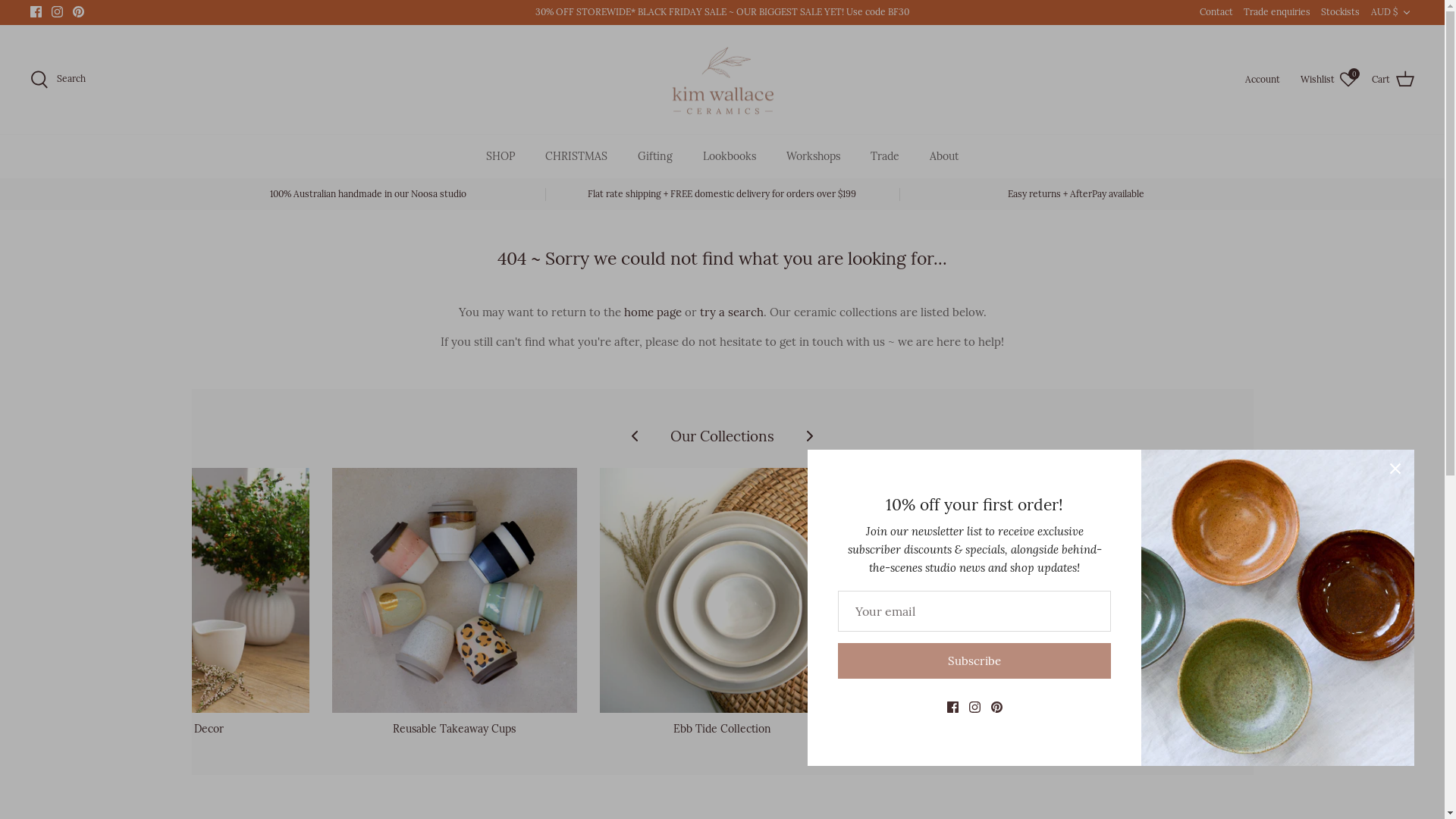 This screenshot has width=1456, height=819. Describe the element at coordinates (531, 156) in the screenshot. I see `'CHRISTMAS'` at that location.